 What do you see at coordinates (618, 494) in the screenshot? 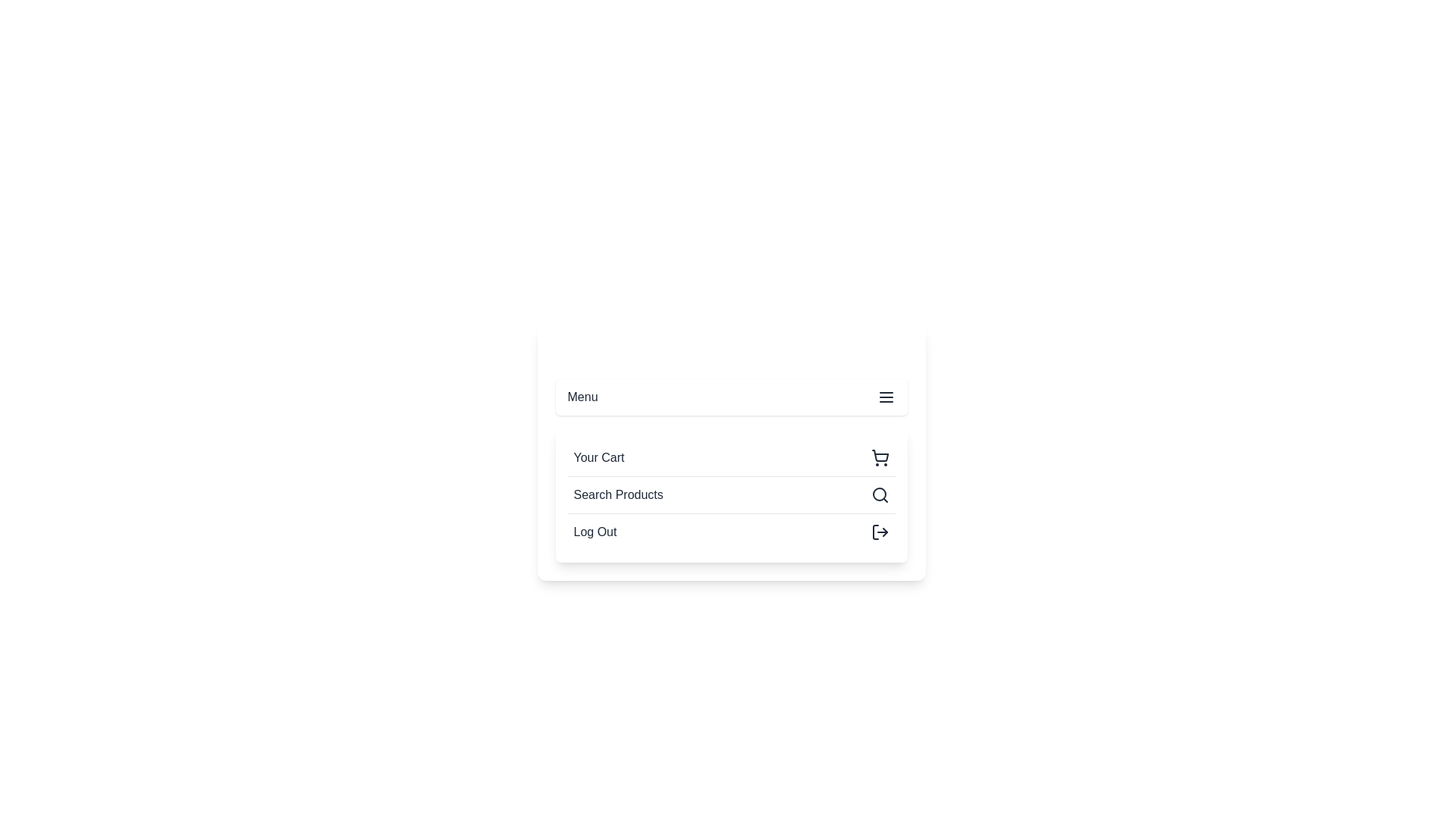
I see `the 'Search Products' text label located in the menu list, positioned between 'Your Cart' and 'Log Out'` at bounding box center [618, 494].